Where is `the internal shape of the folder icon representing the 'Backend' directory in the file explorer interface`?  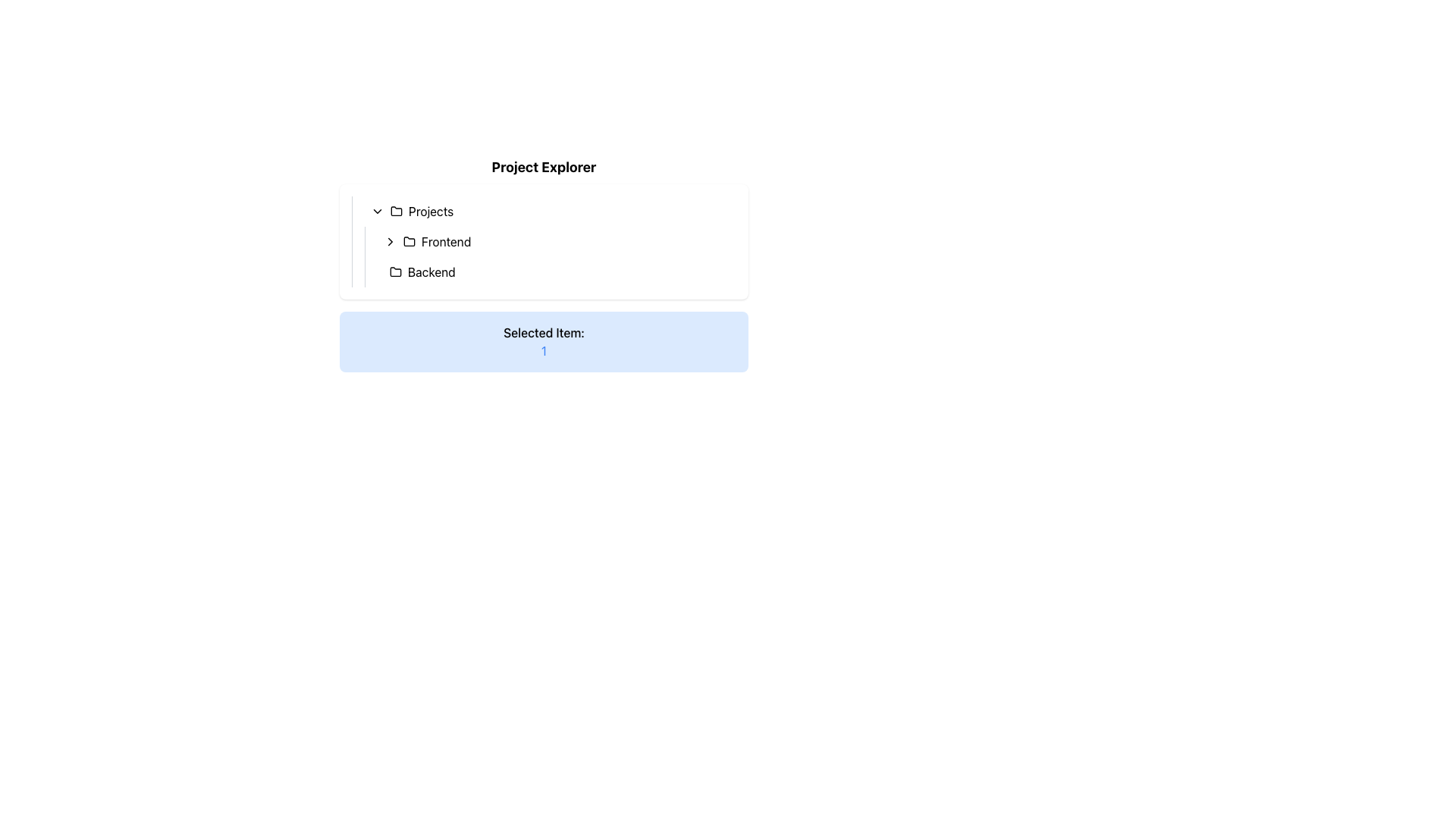
the internal shape of the folder icon representing the 'Backend' directory in the file explorer interface is located at coordinates (396, 271).